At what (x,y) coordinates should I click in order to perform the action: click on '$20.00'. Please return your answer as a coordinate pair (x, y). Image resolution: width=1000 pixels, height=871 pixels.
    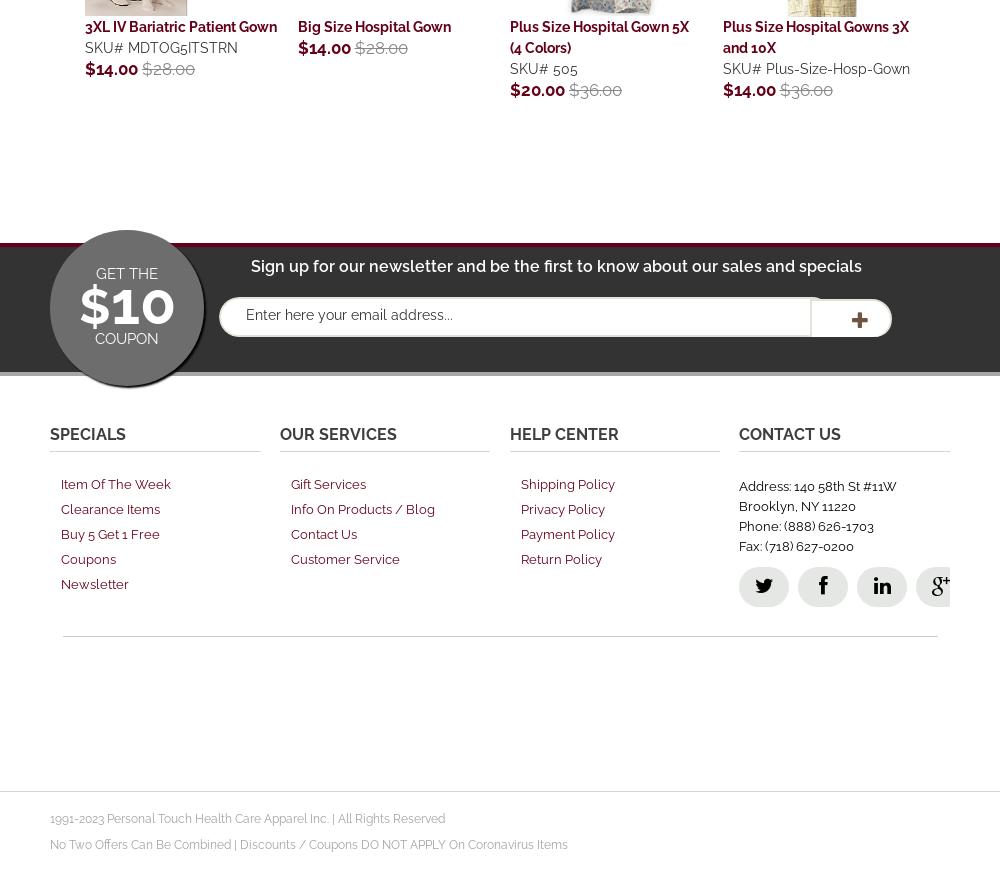
    Looking at the image, I should click on (539, 88).